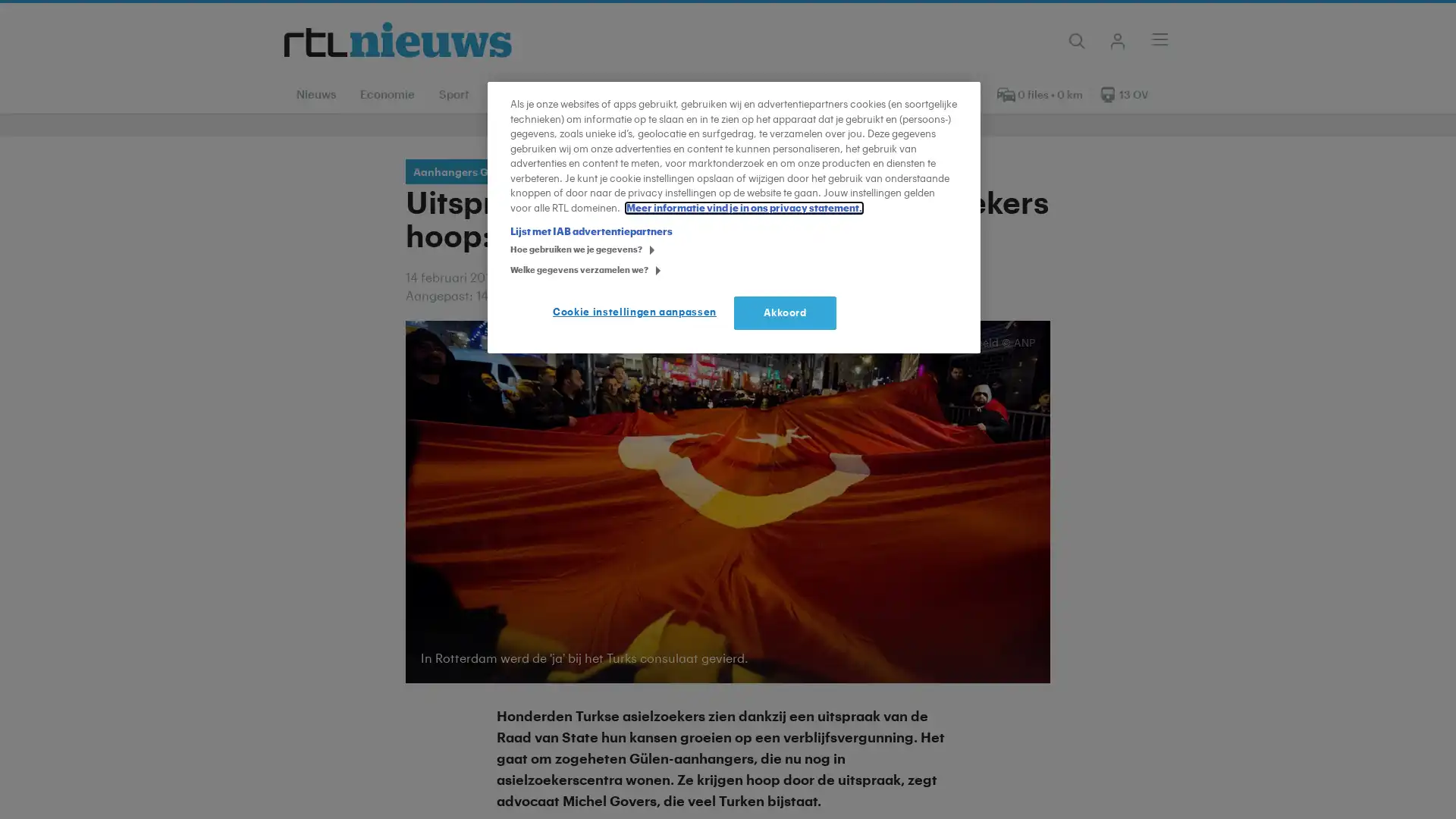 The image size is (1456, 819). What do you see at coordinates (515, 271) in the screenshot?
I see `Welke gegevens verzamelen we?` at bounding box center [515, 271].